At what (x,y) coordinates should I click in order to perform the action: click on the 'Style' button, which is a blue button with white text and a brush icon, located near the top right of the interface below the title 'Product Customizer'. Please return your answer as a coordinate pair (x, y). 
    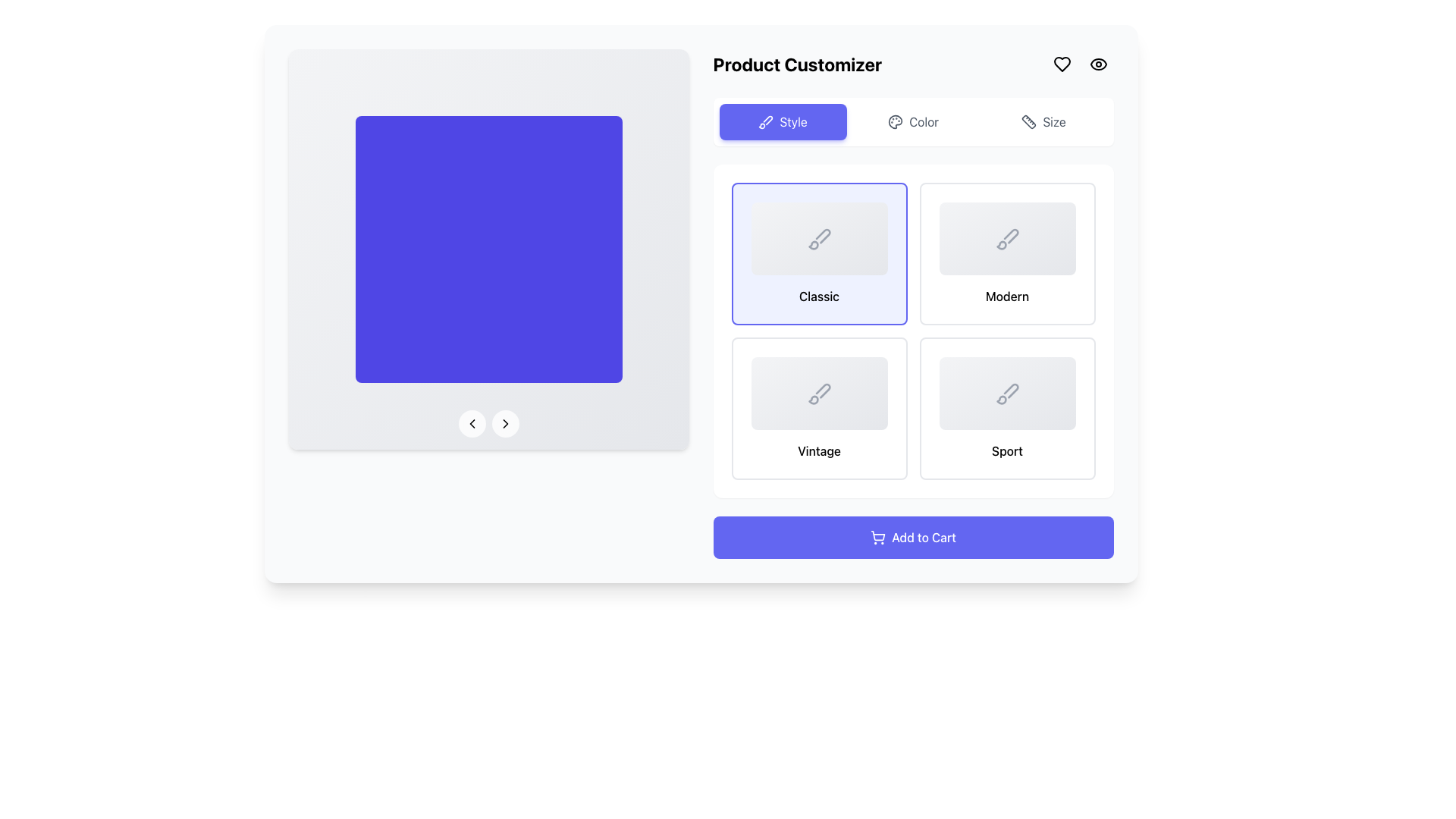
    Looking at the image, I should click on (783, 121).